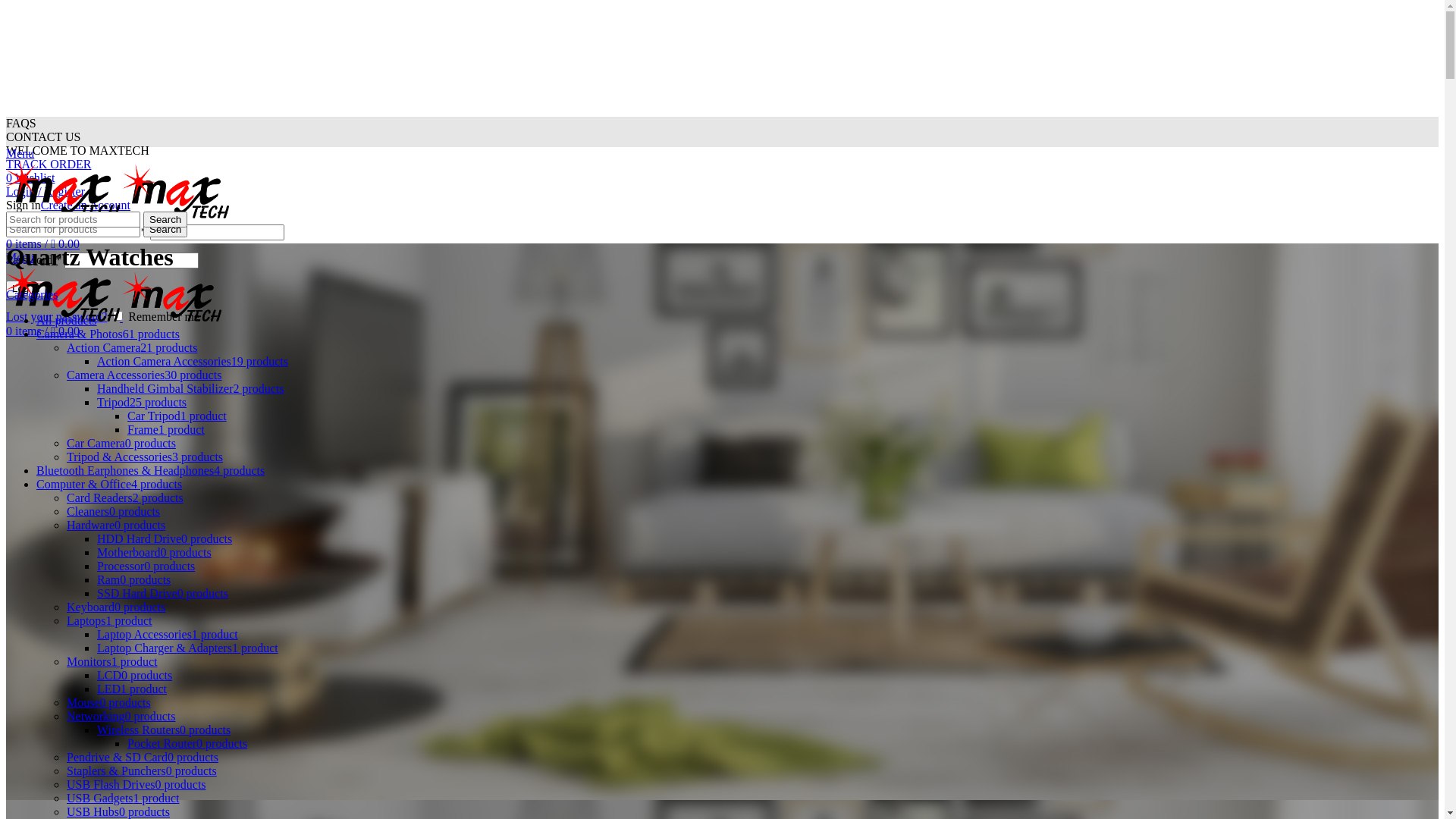  What do you see at coordinates (164, 538) in the screenshot?
I see `'HDD Hard Drive0 products'` at bounding box center [164, 538].